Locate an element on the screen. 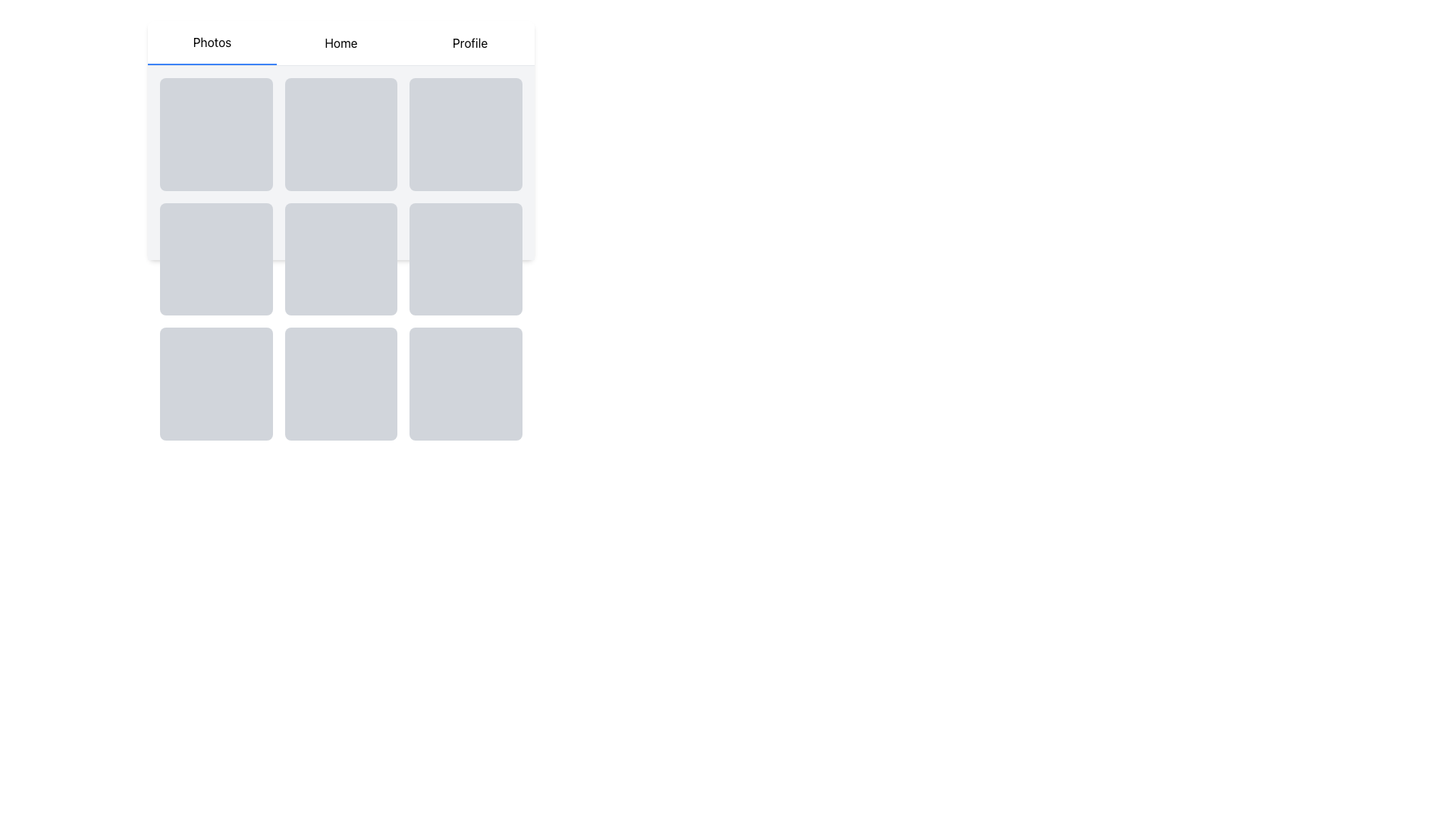 The width and height of the screenshot is (1456, 819). the second tab button that navigates to the 'Home' section of the application is located at coordinates (340, 42).